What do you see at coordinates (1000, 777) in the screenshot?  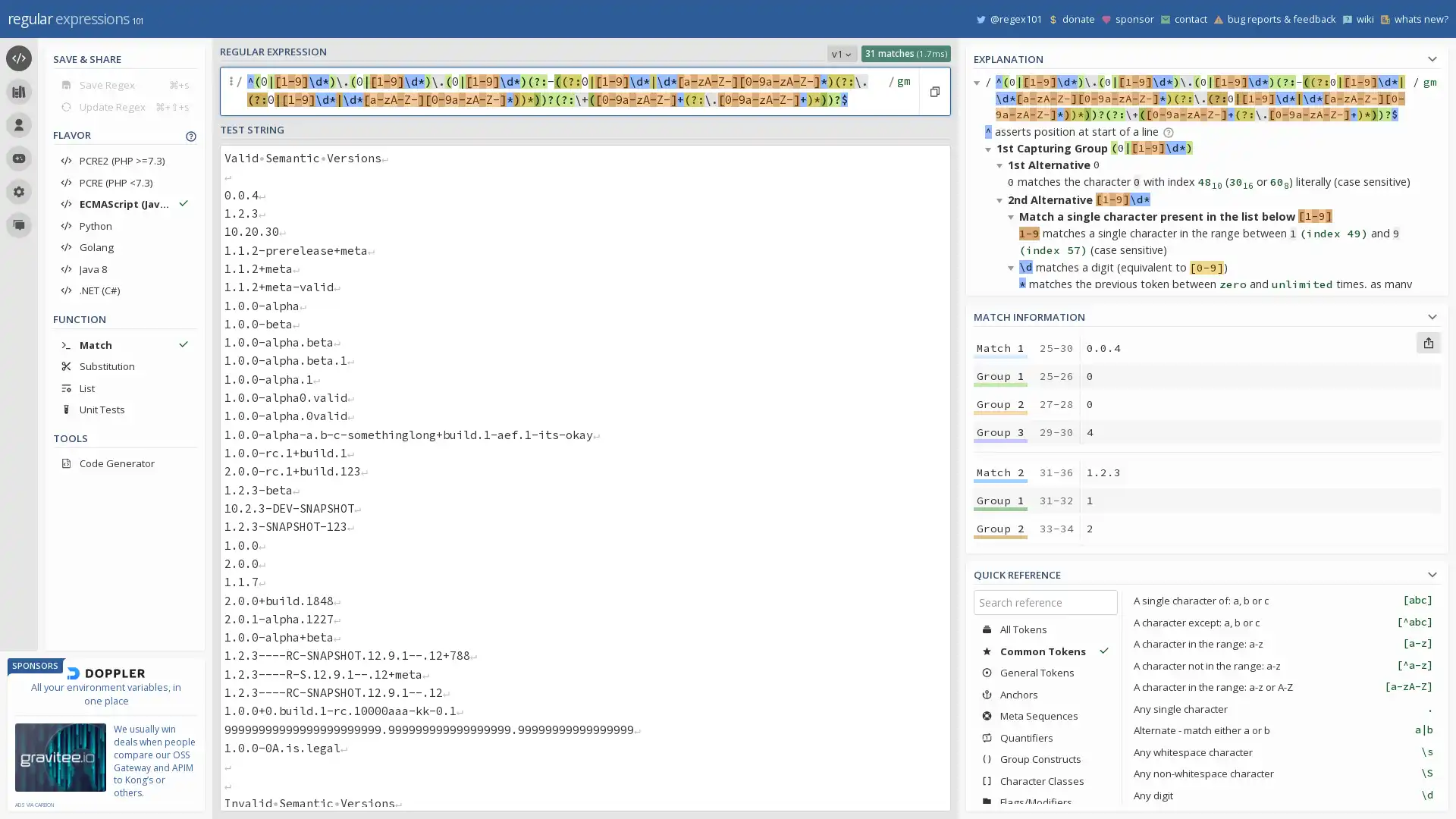 I see `Group 2` at bounding box center [1000, 777].